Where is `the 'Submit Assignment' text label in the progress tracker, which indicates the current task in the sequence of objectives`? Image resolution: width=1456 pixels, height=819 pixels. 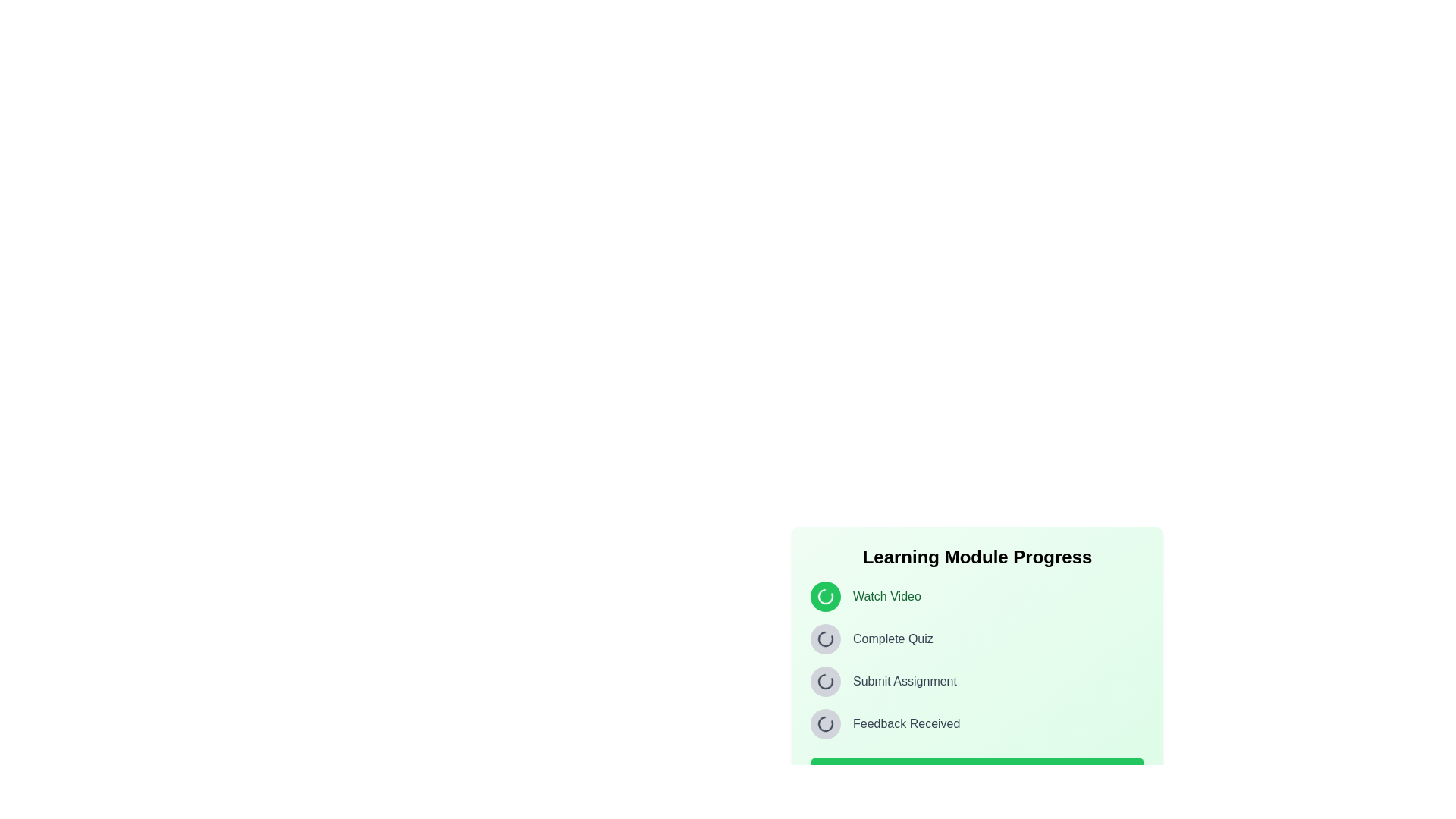 the 'Submit Assignment' text label in the progress tracker, which indicates the current task in the sequence of objectives is located at coordinates (905, 680).